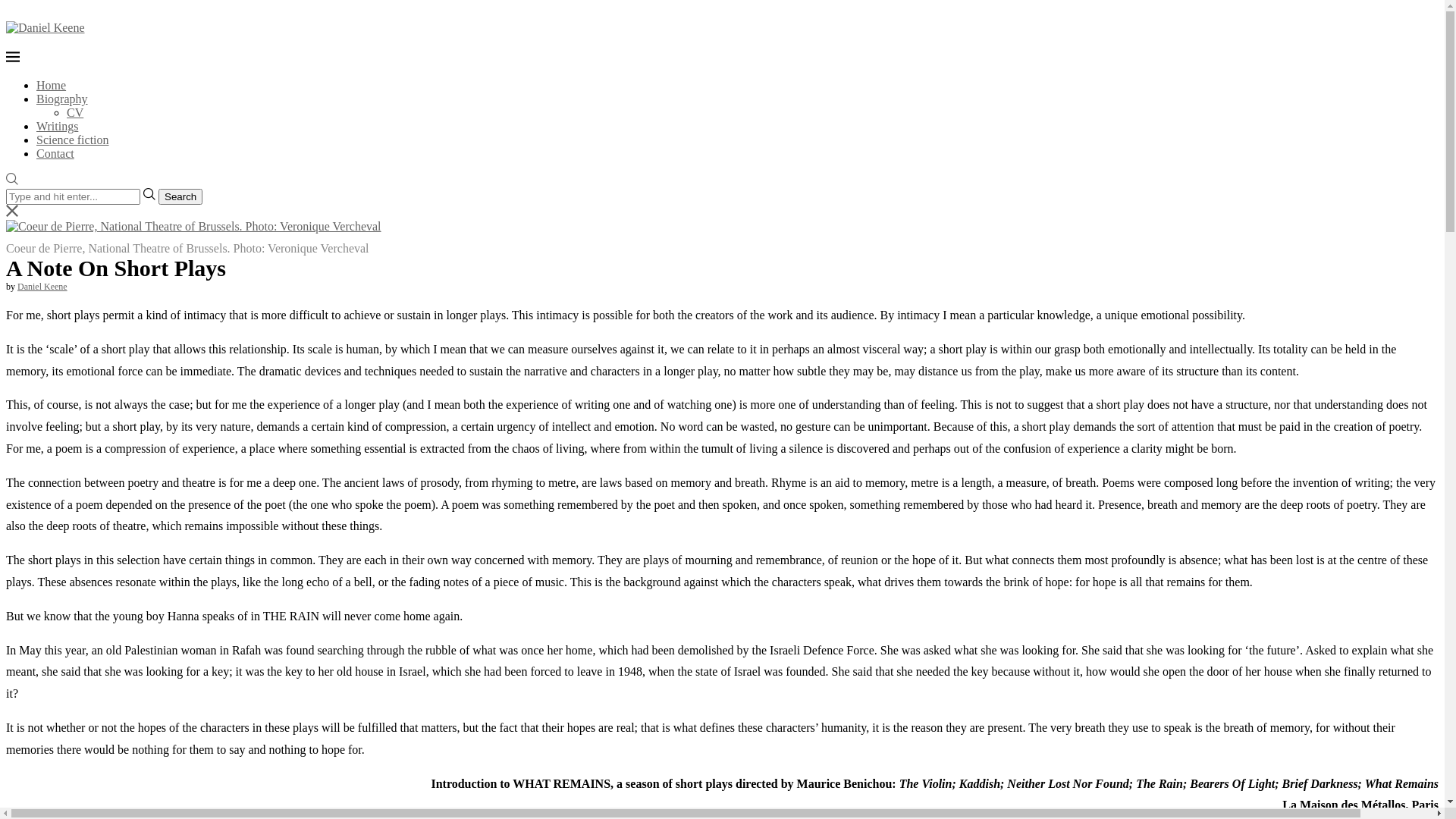  What do you see at coordinates (193, 227) in the screenshot?
I see `'Coeur de Pierre 6'` at bounding box center [193, 227].